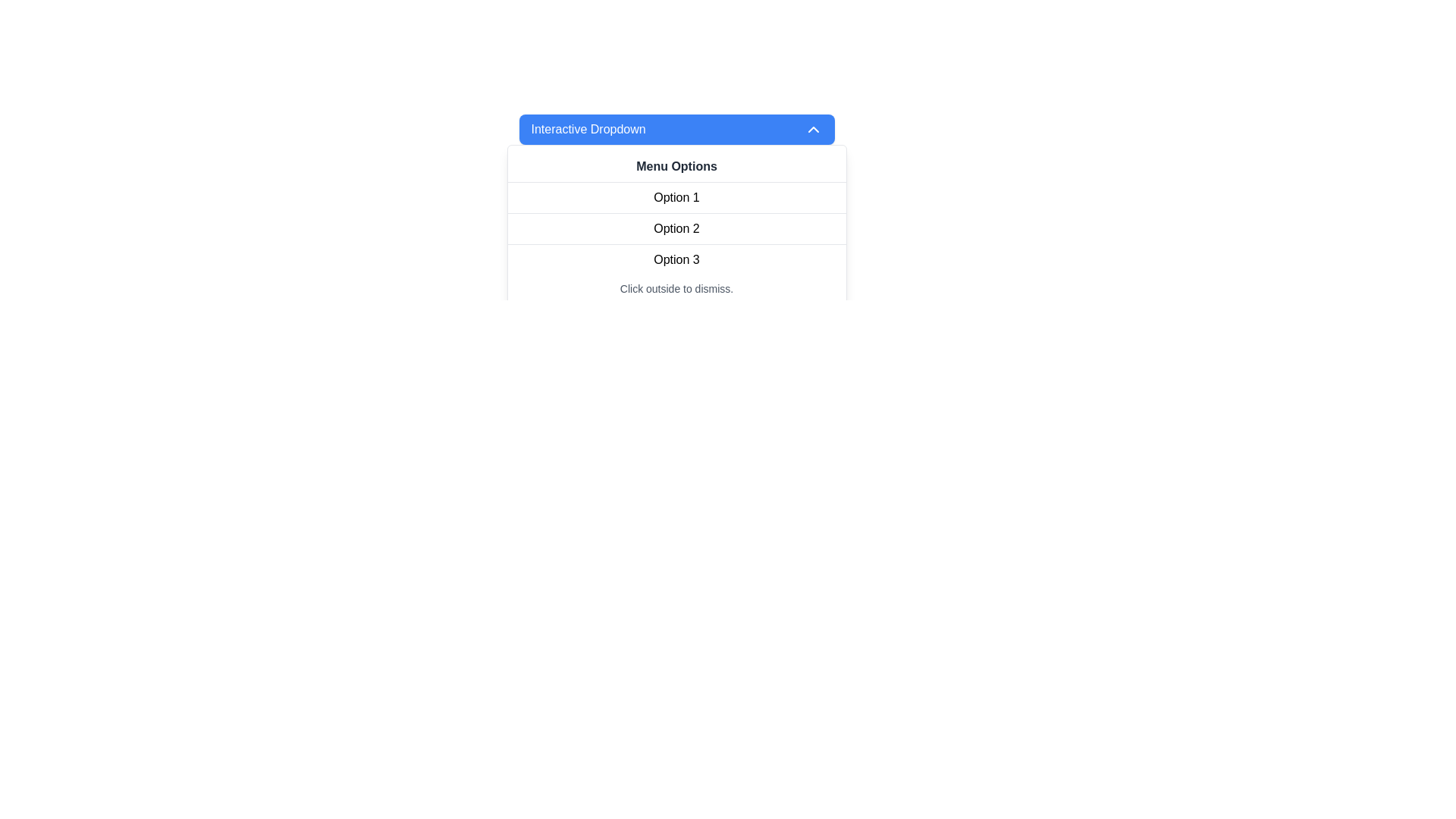  Describe the element at coordinates (676, 228) in the screenshot. I see `the vertical list containing three options ('Option 1', 'Option 2', 'Option 3') to change the background color to light blue` at that location.